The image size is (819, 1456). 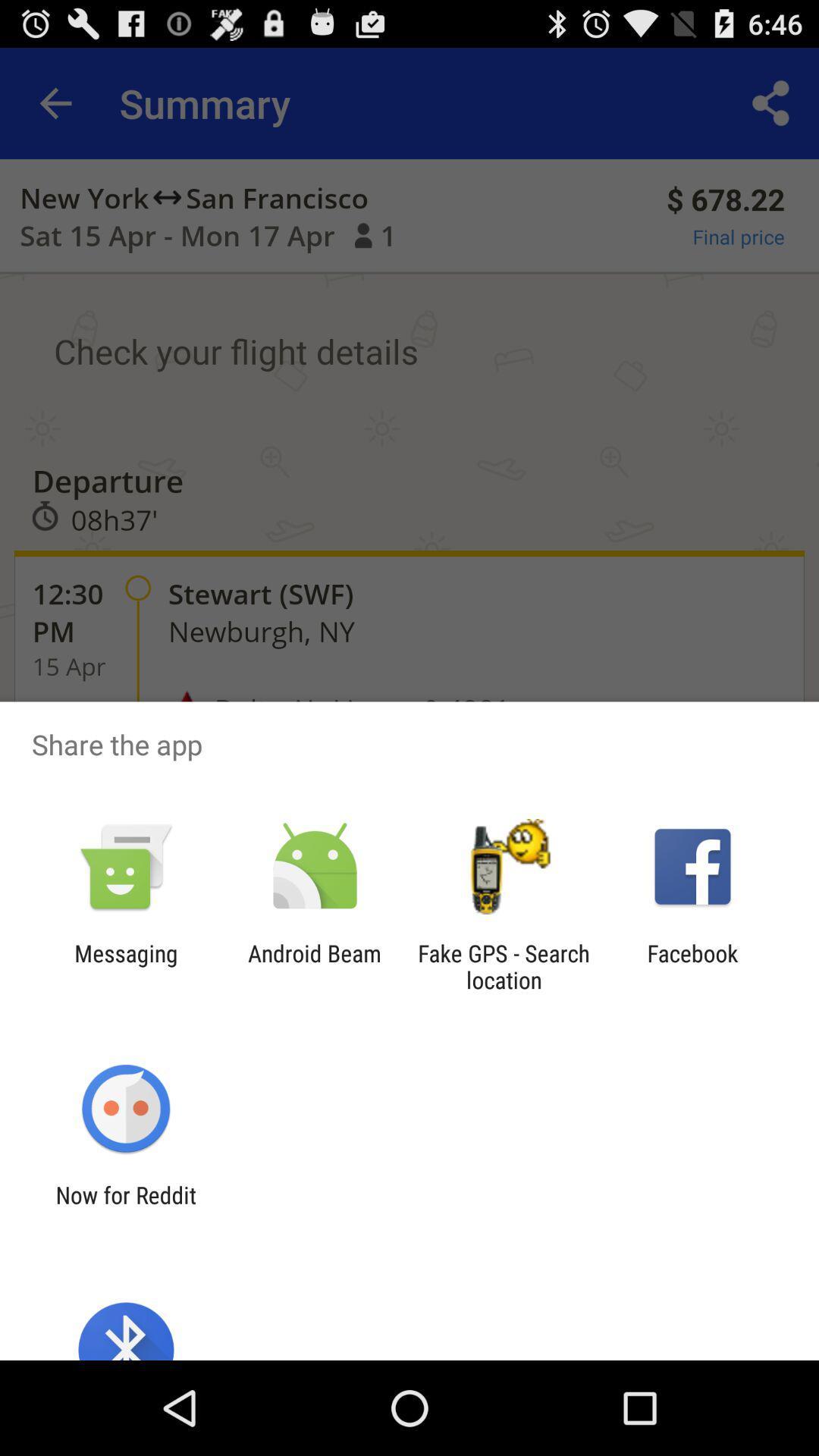 What do you see at coordinates (314, 966) in the screenshot?
I see `the icon to the right of the messaging icon` at bounding box center [314, 966].